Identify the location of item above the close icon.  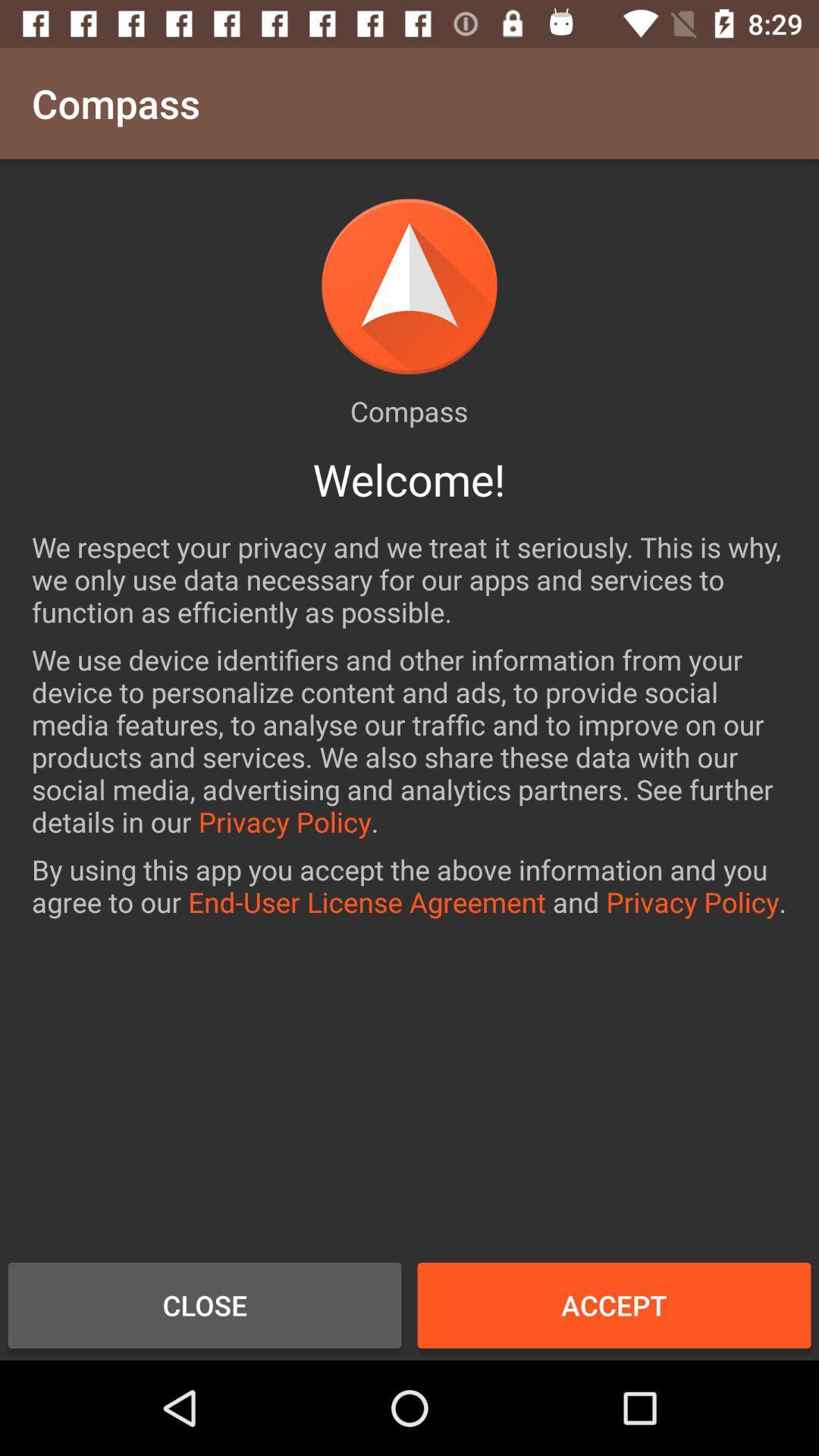
(409, 886).